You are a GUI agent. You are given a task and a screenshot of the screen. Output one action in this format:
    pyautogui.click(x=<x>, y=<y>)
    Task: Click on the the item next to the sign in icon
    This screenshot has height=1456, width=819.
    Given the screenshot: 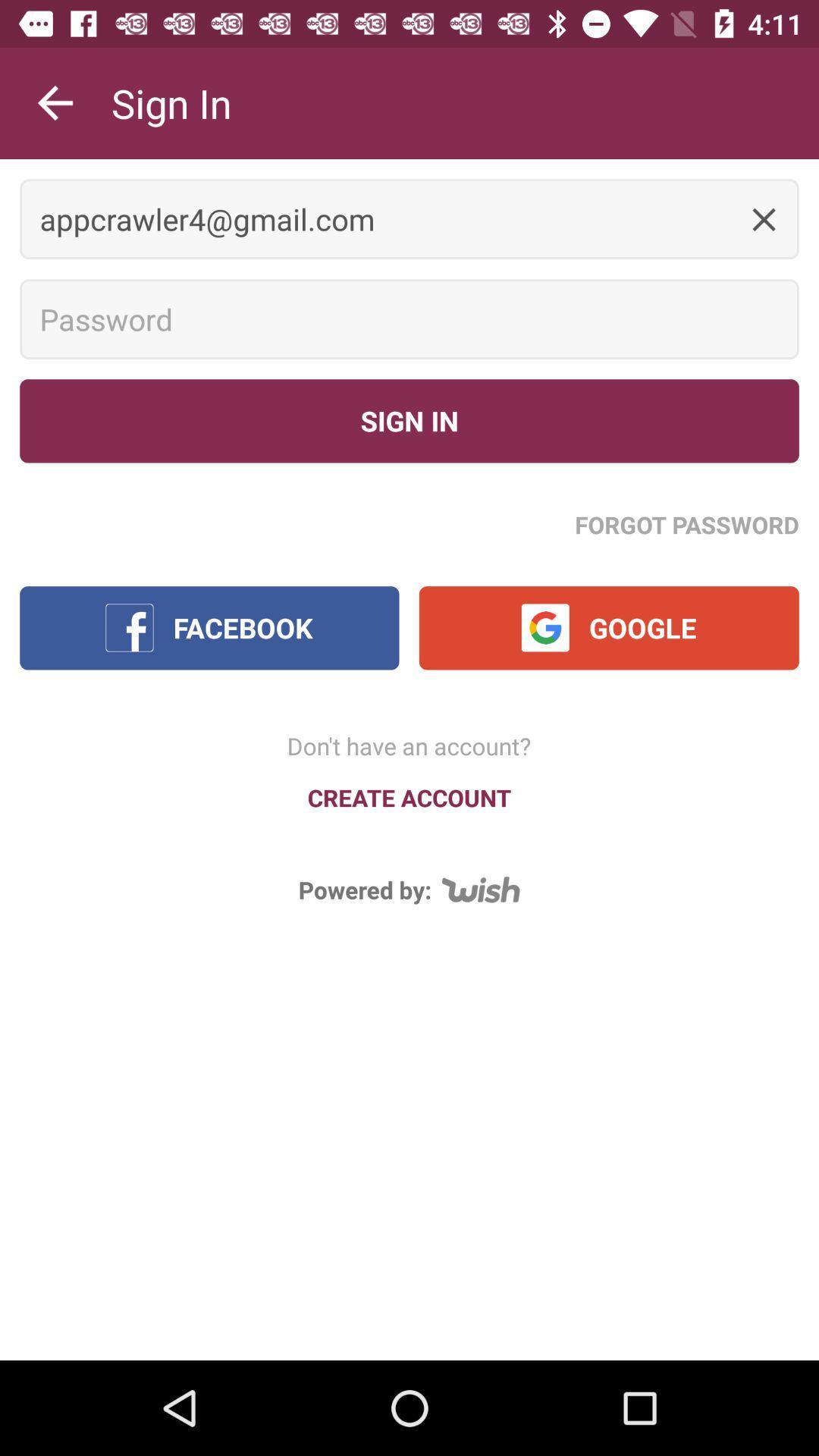 What is the action you would take?
    pyautogui.click(x=55, y=102)
    